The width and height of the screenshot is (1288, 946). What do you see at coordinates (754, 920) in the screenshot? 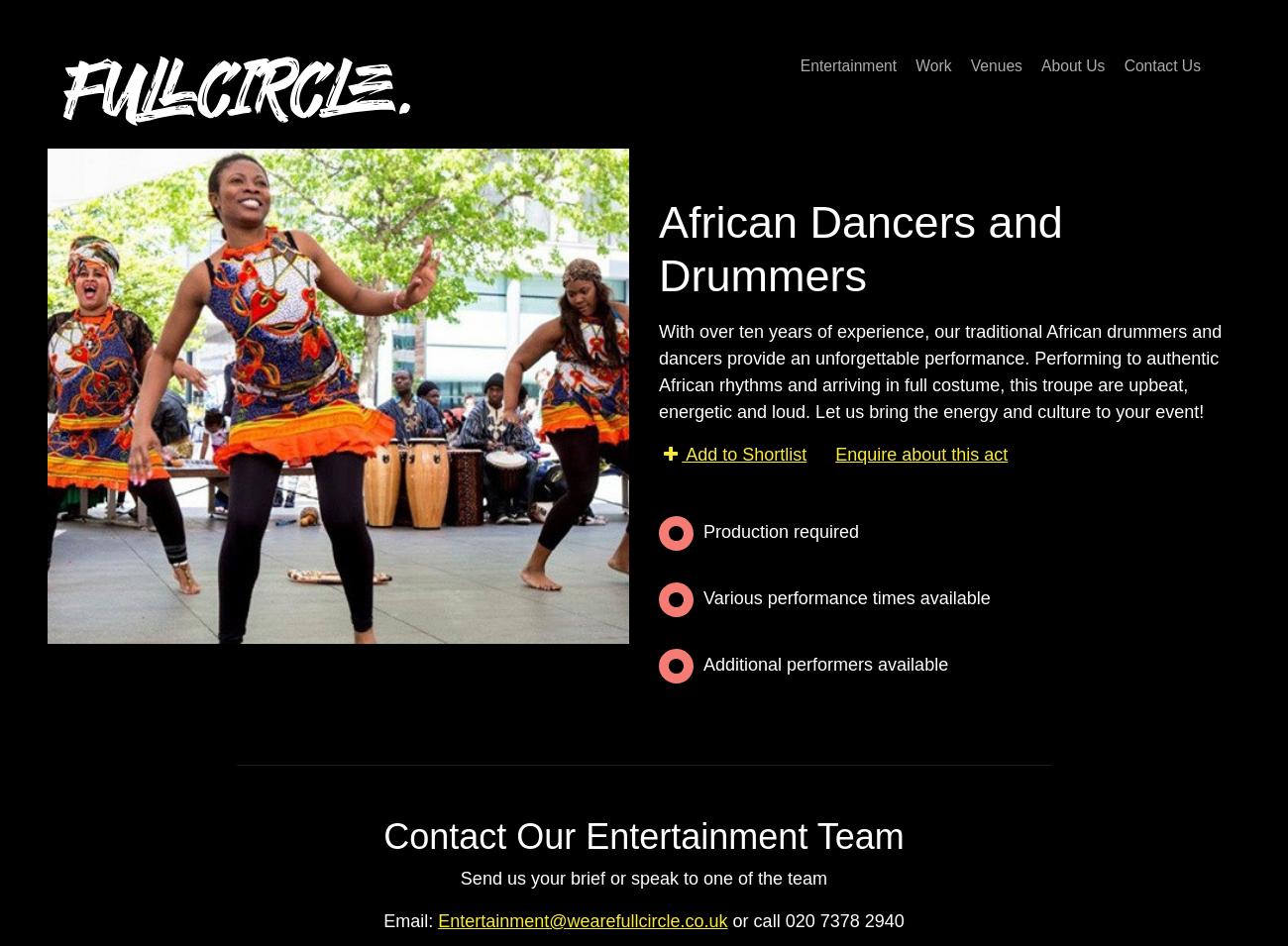
I see `'or call'` at bounding box center [754, 920].